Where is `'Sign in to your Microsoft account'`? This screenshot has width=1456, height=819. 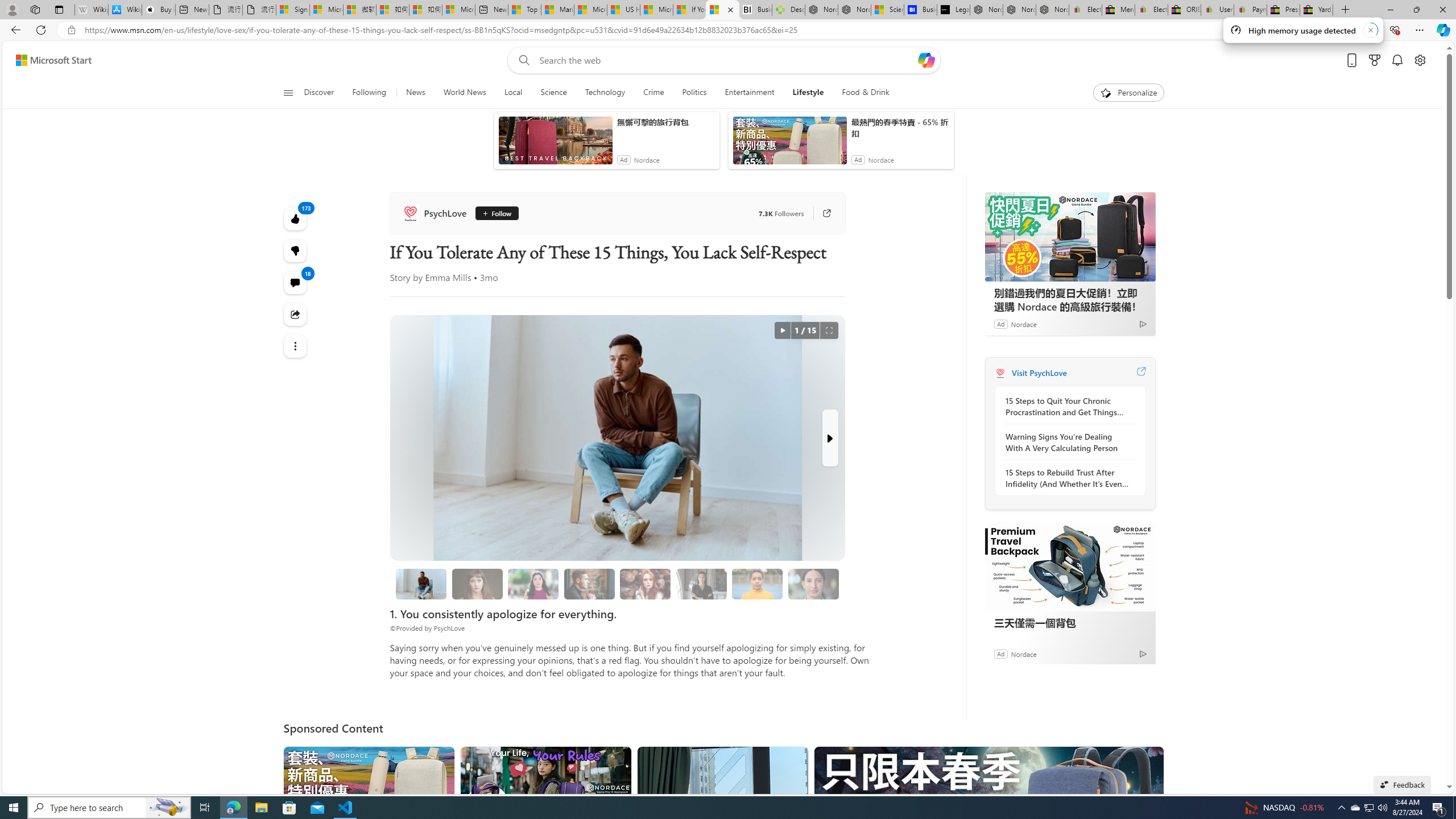 'Sign in to your Microsoft account' is located at coordinates (292, 9).